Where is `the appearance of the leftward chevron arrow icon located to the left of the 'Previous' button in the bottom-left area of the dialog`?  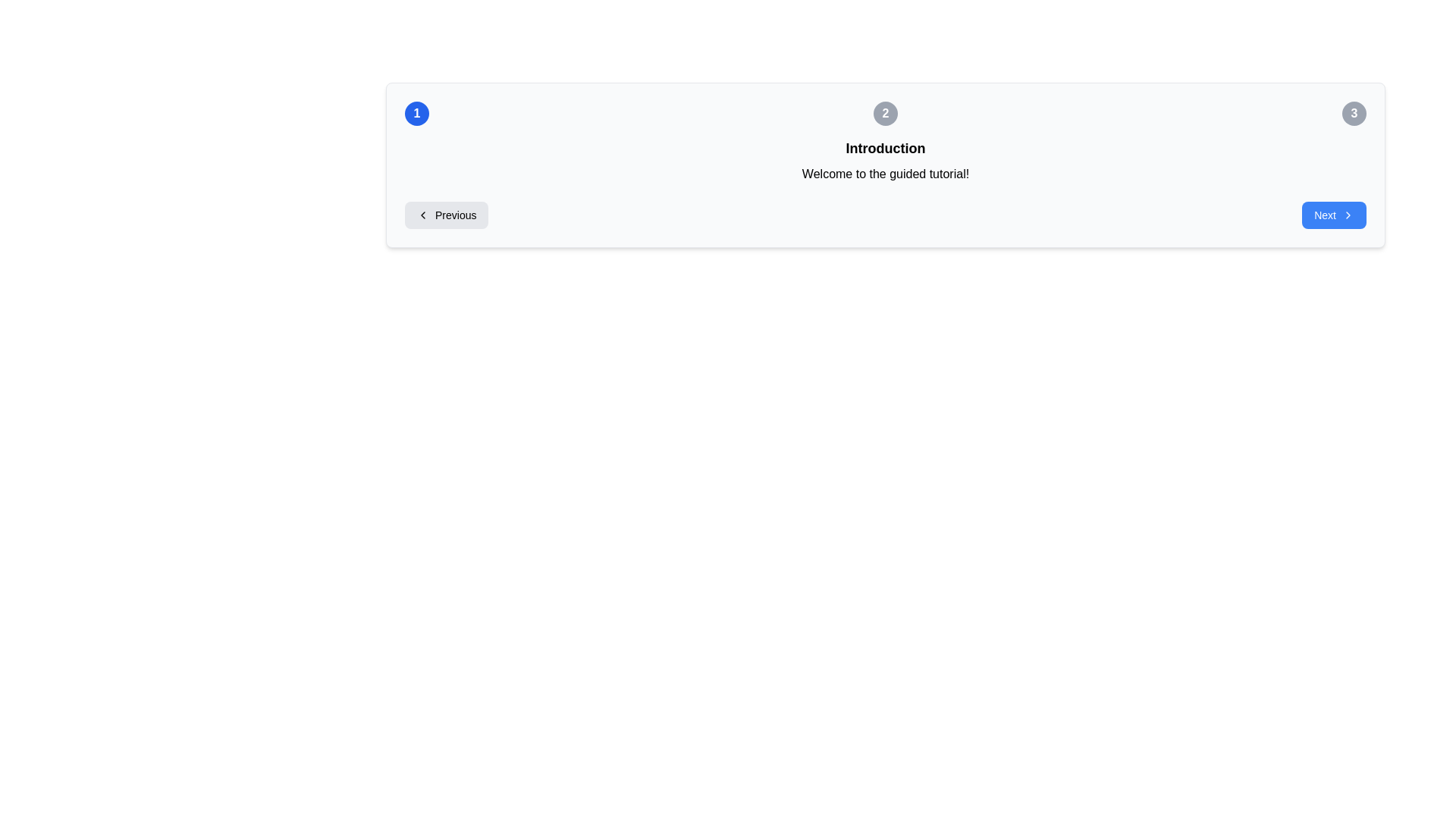
the appearance of the leftward chevron arrow icon located to the left of the 'Previous' button in the bottom-left area of the dialog is located at coordinates (422, 215).